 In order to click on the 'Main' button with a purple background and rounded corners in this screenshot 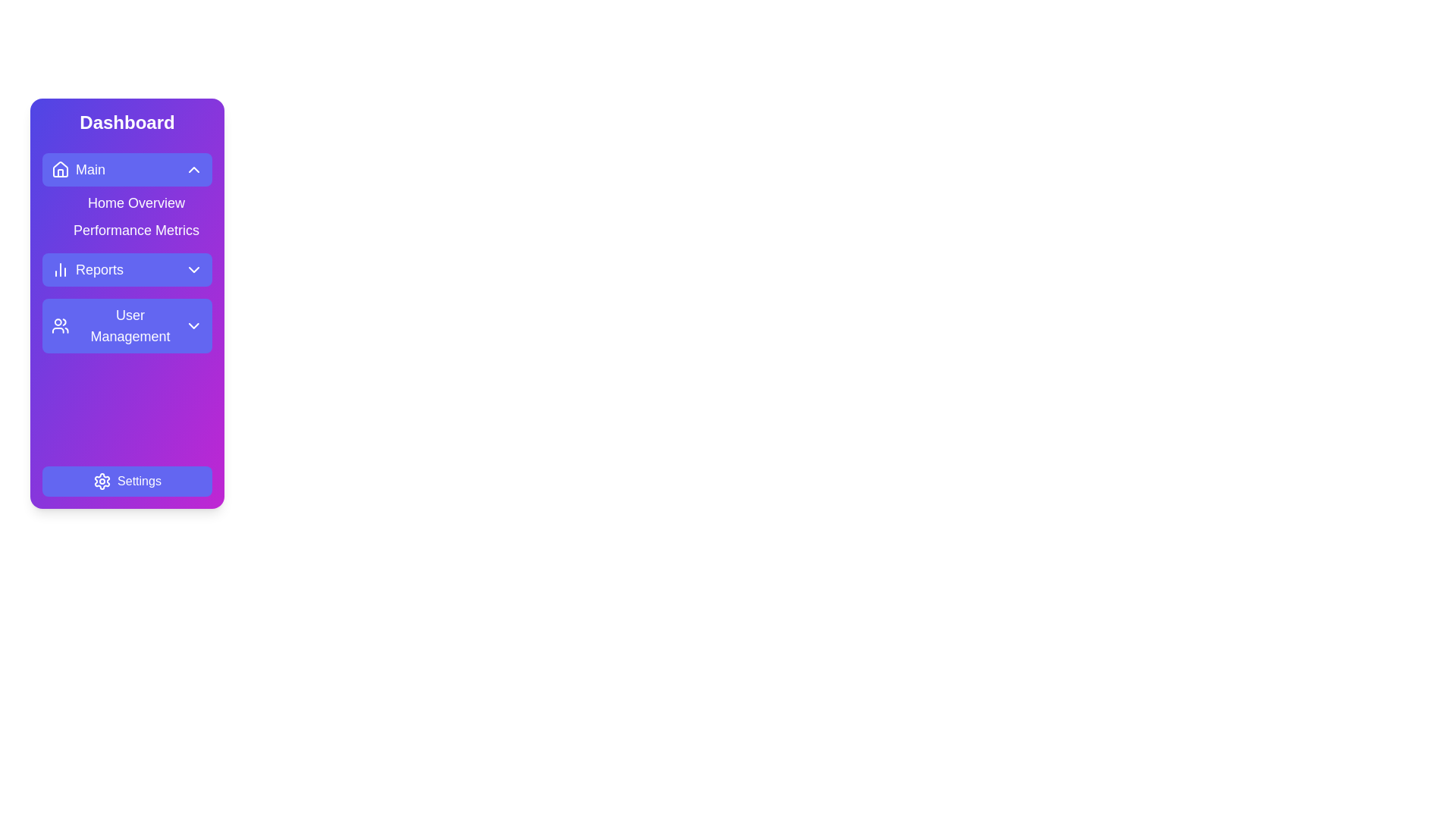, I will do `click(127, 169)`.